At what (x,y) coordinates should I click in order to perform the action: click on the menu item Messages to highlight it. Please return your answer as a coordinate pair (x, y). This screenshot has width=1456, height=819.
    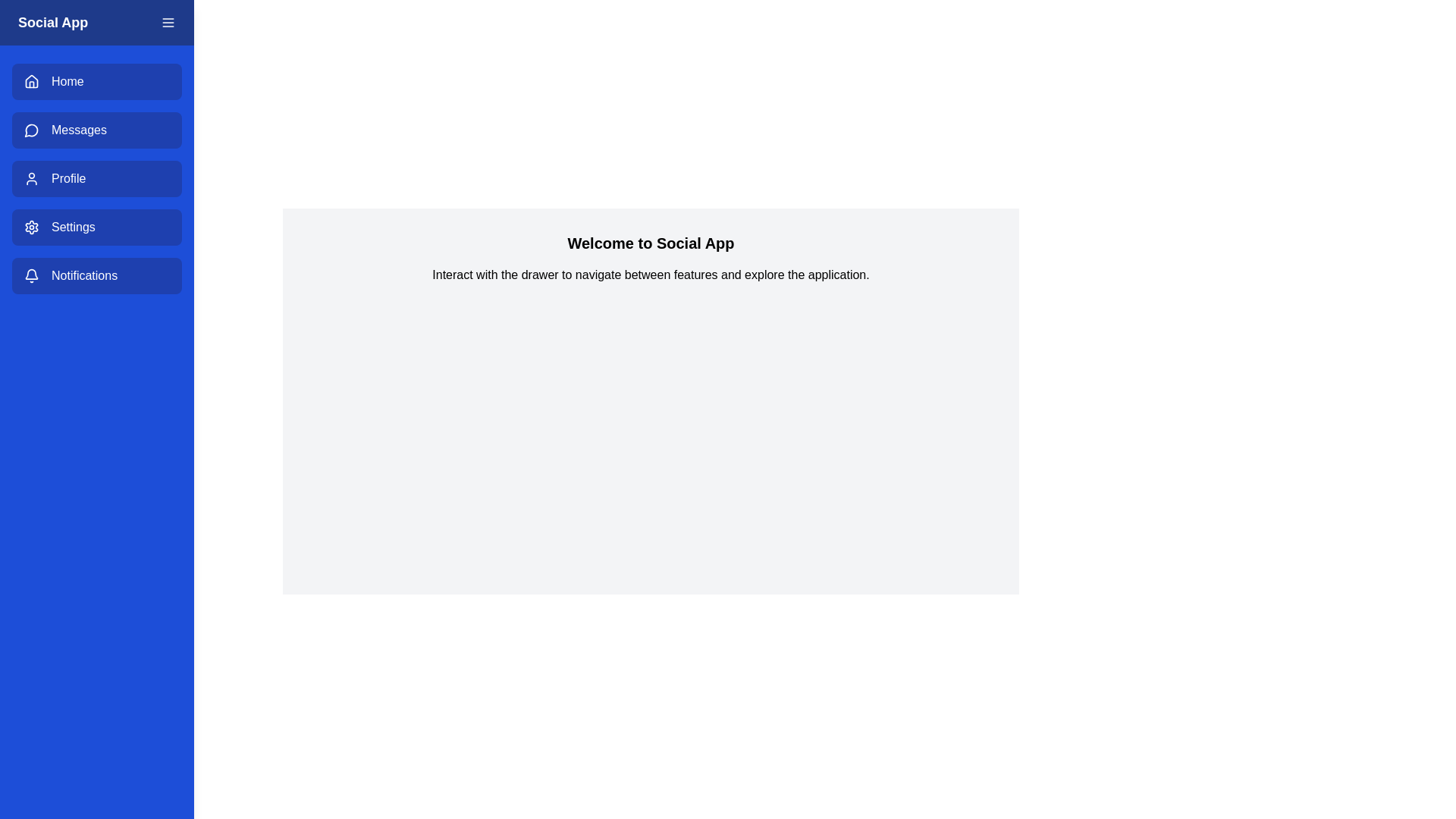
    Looking at the image, I should click on (96, 130).